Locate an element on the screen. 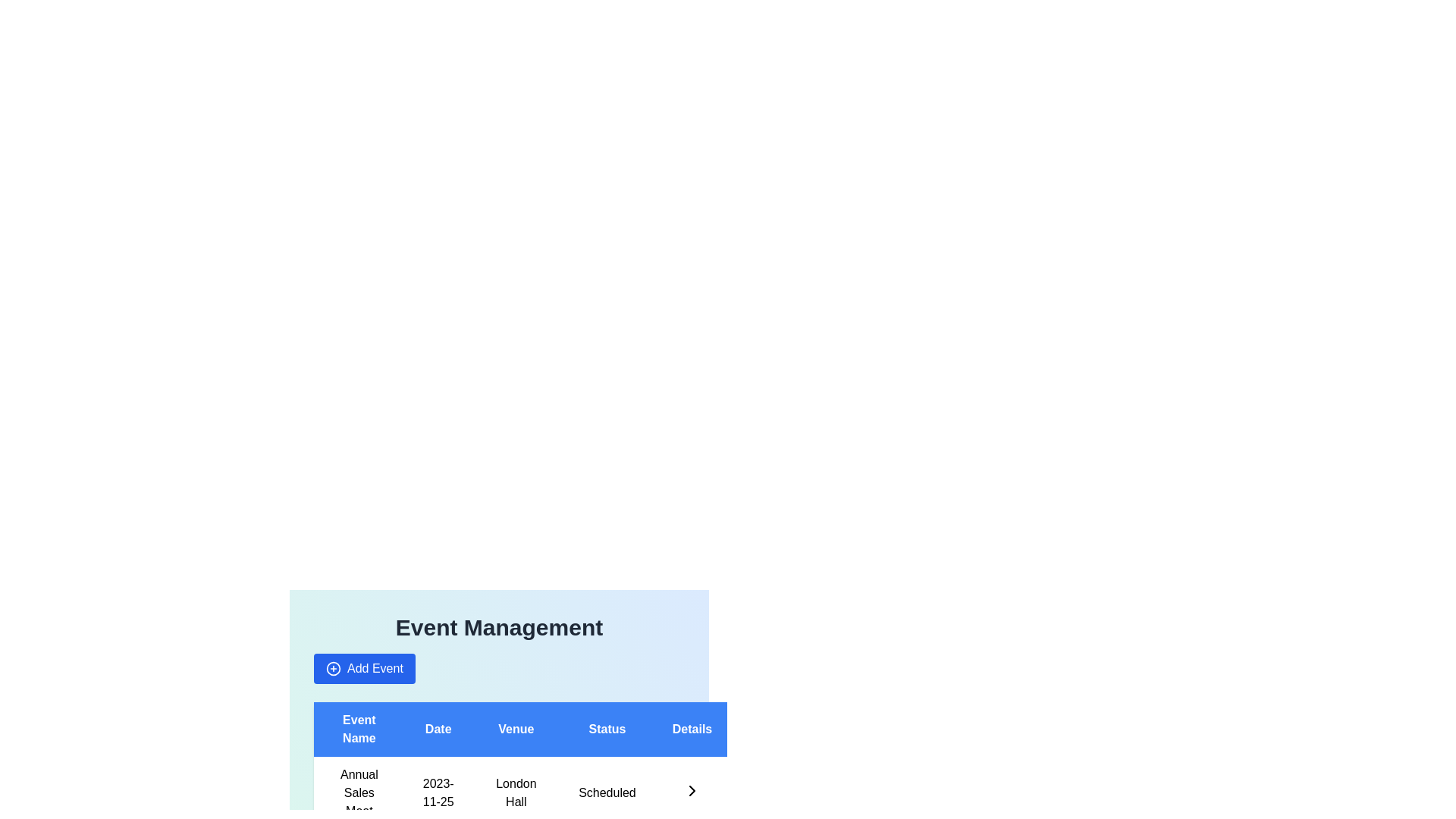  the static text label header for the 'Date' column, which is the second column header in the table, located between 'Event Name' and 'Venue' is located at coordinates (438, 728).